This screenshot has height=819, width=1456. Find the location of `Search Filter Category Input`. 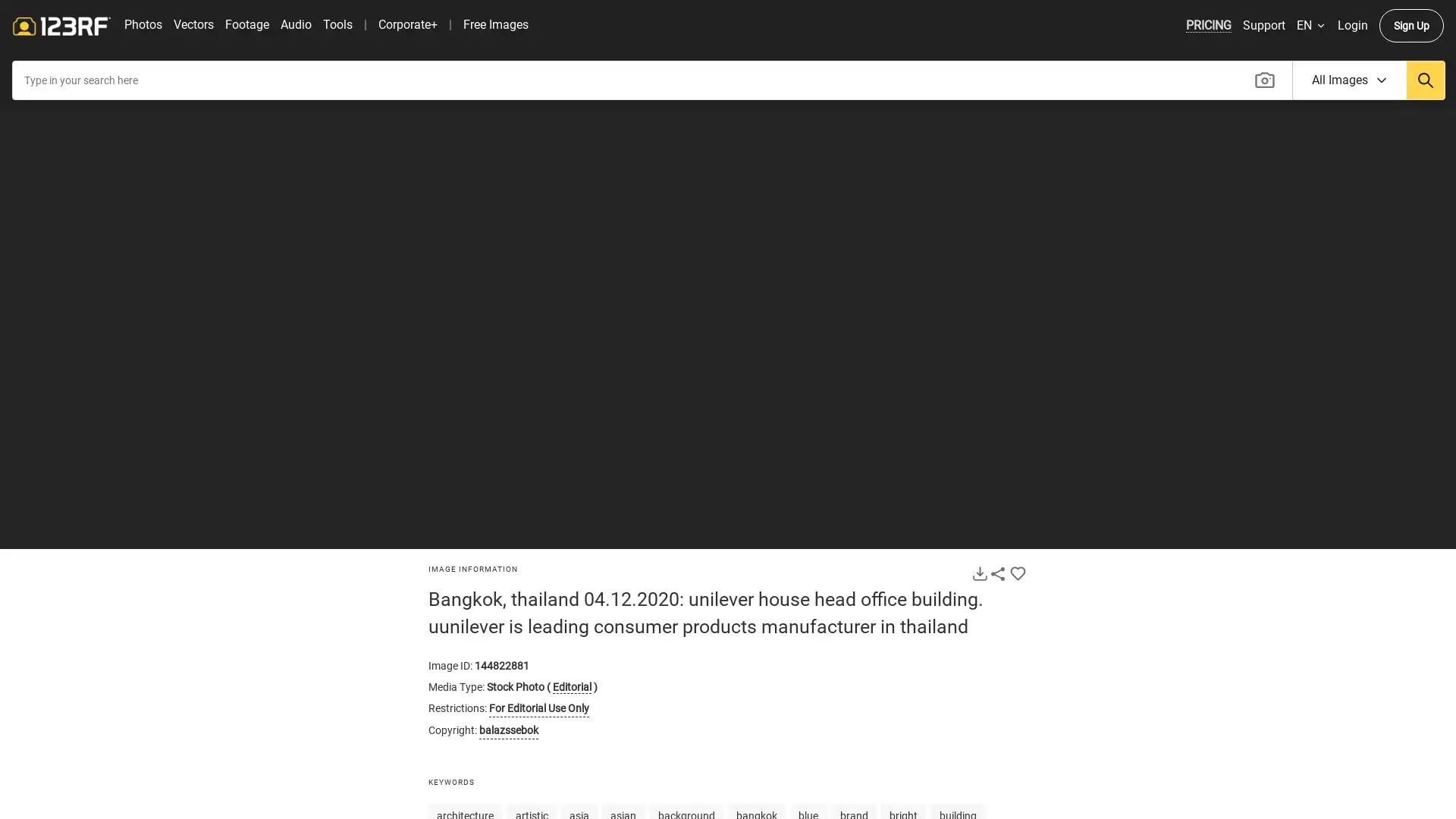

Search Filter Category Input is located at coordinates (1350, 133).